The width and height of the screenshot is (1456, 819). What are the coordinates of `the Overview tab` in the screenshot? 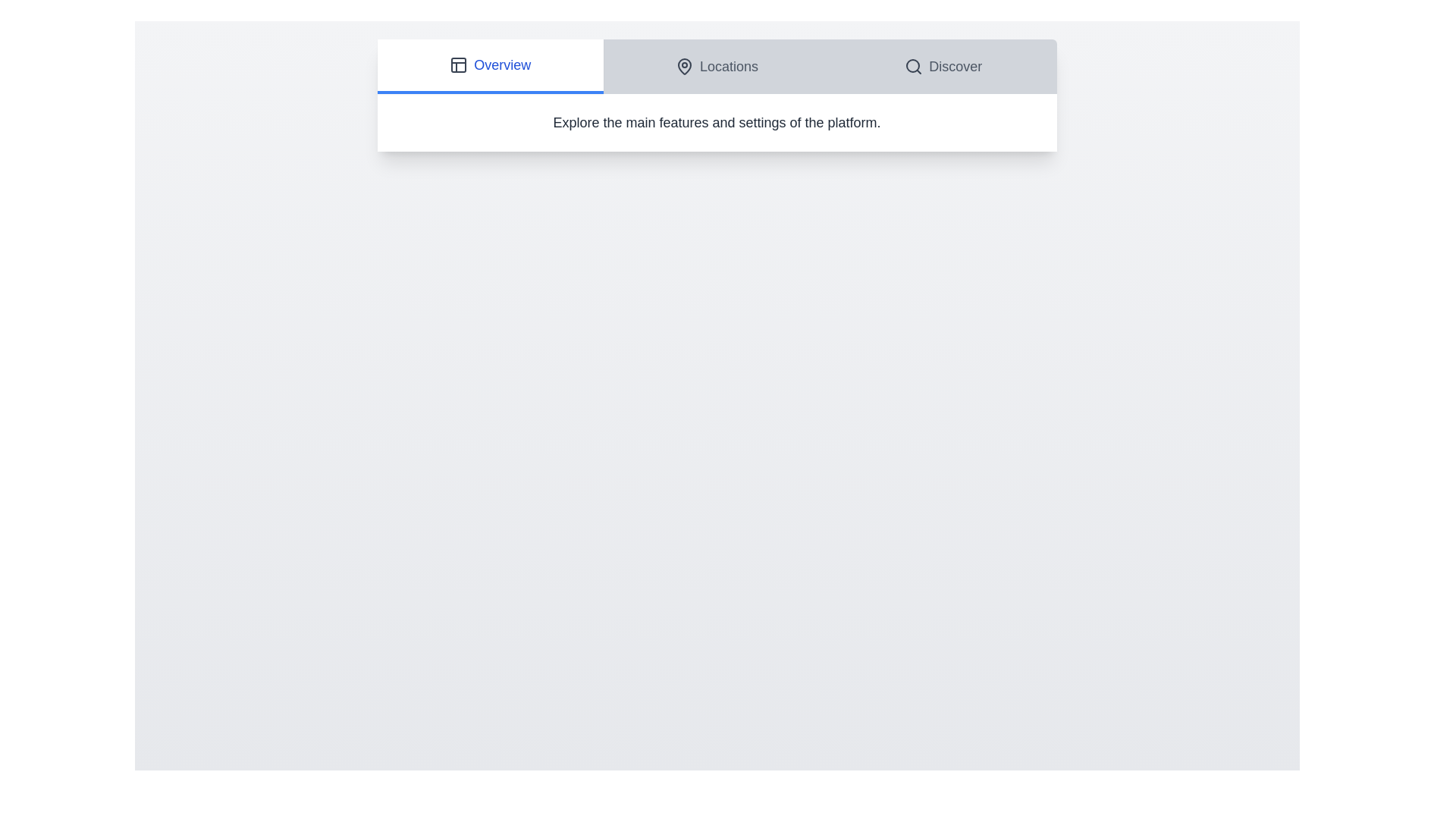 It's located at (490, 66).